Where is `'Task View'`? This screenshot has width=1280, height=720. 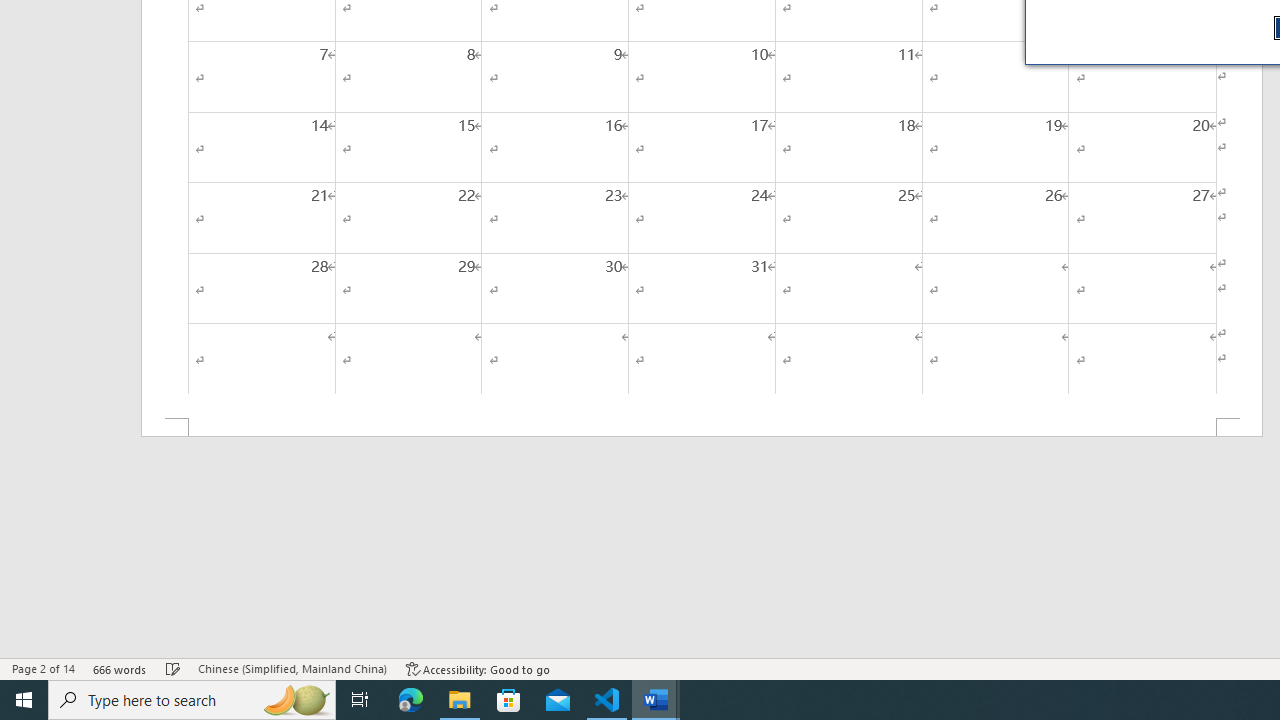 'Task View' is located at coordinates (359, 698).